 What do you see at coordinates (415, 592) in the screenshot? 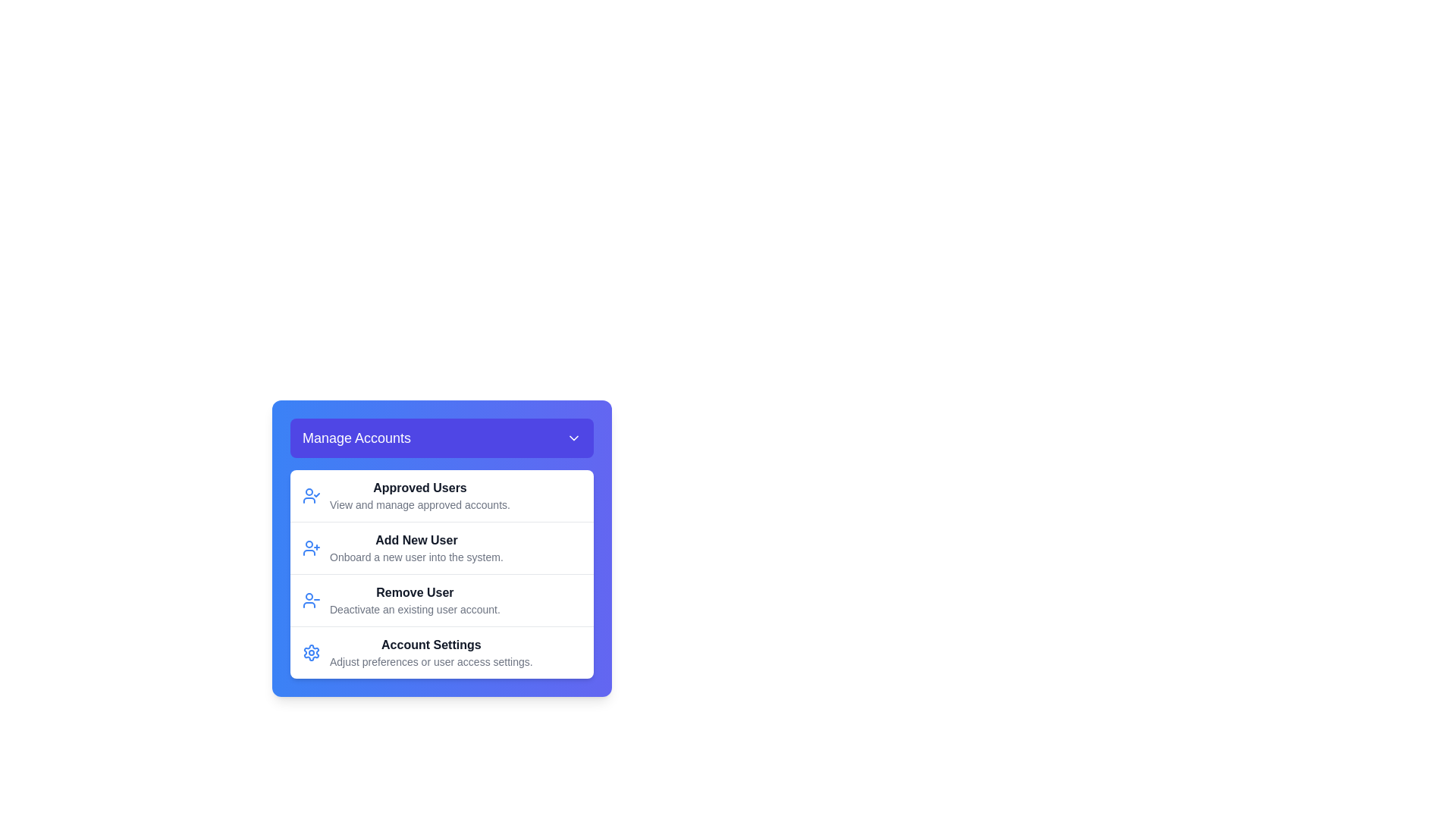
I see `the bold text label displaying 'Remove User' in the middle-right region of the 'Manage Accounts' panel` at bounding box center [415, 592].